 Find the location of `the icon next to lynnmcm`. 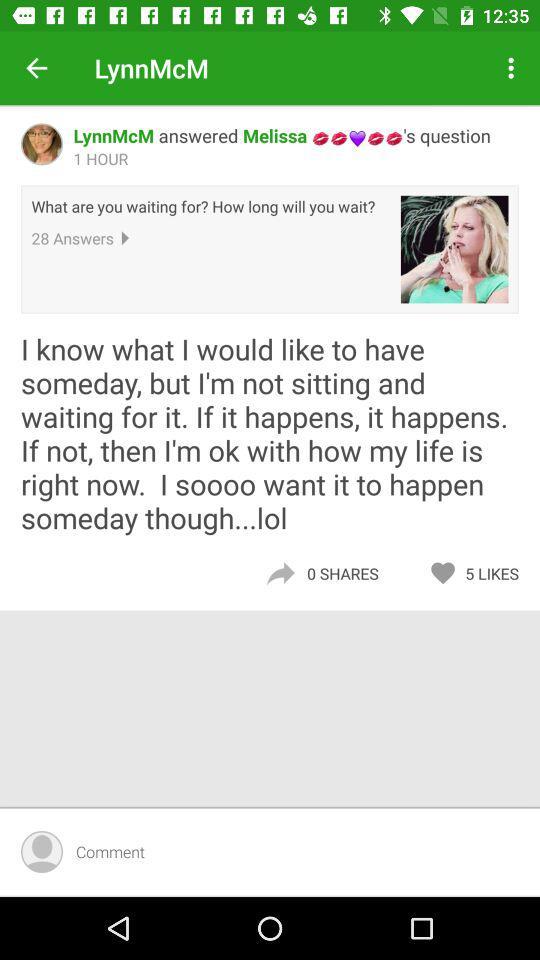

the icon next to lynnmcm is located at coordinates (36, 68).